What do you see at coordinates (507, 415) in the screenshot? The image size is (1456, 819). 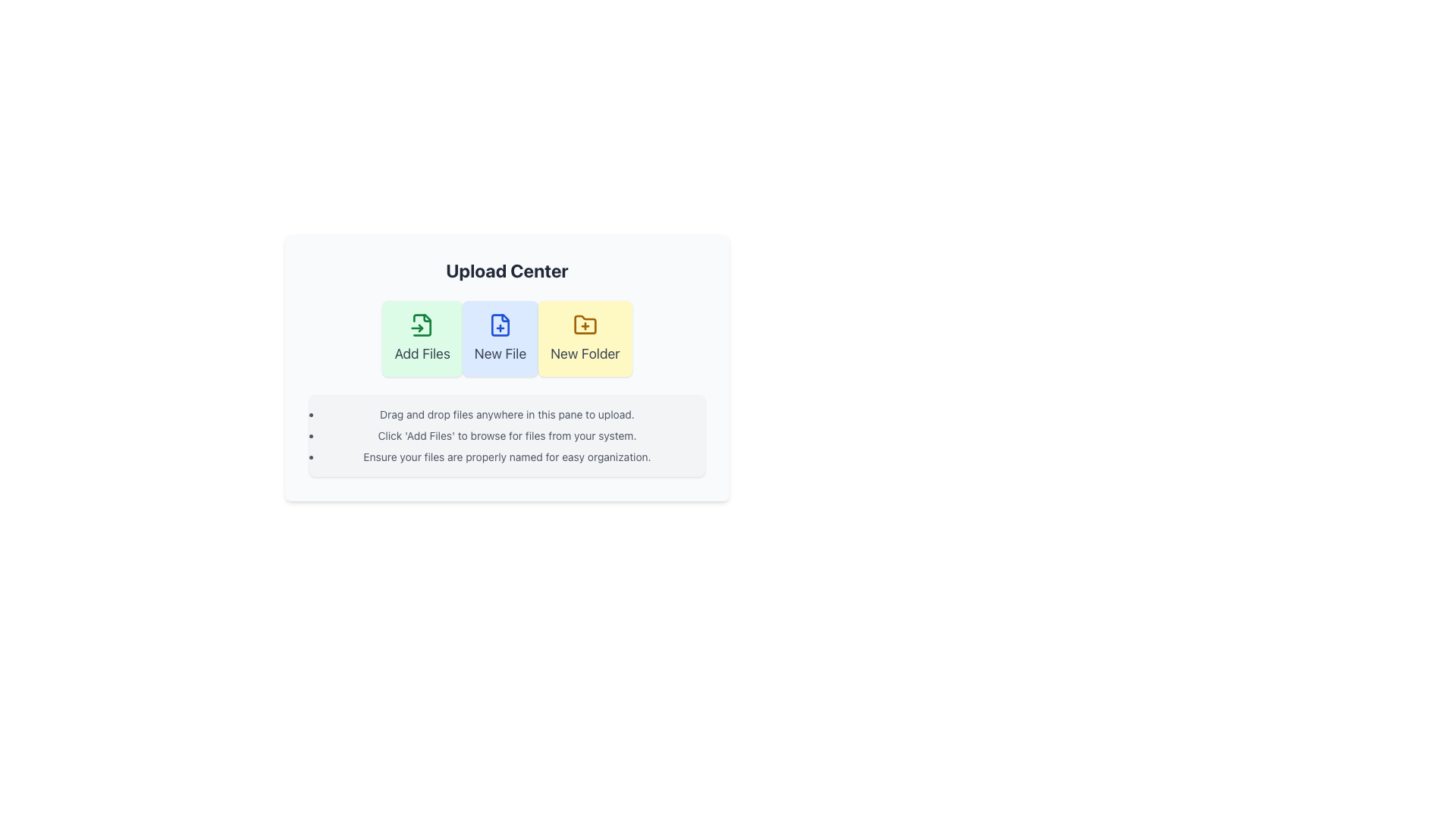 I see `the instructional text that guides users to drag and drop files into the upload pane for copying` at bounding box center [507, 415].